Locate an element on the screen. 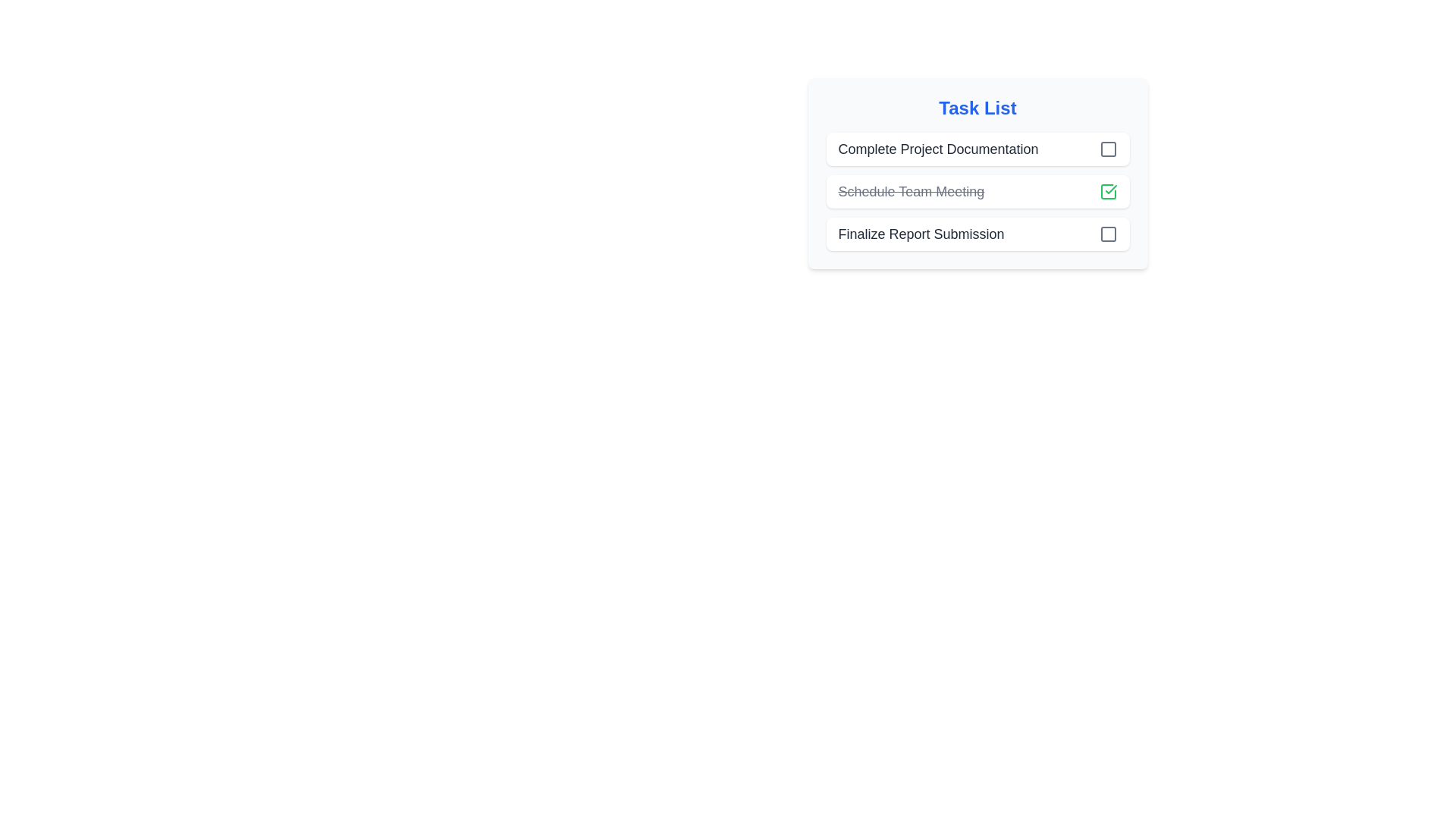 The width and height of the screenshot is (1456, 819). the green checkmark graphic icon located to the right of the 'Schedule Team Meeting' task in the task list interface is located at coordinates (1110, 189).